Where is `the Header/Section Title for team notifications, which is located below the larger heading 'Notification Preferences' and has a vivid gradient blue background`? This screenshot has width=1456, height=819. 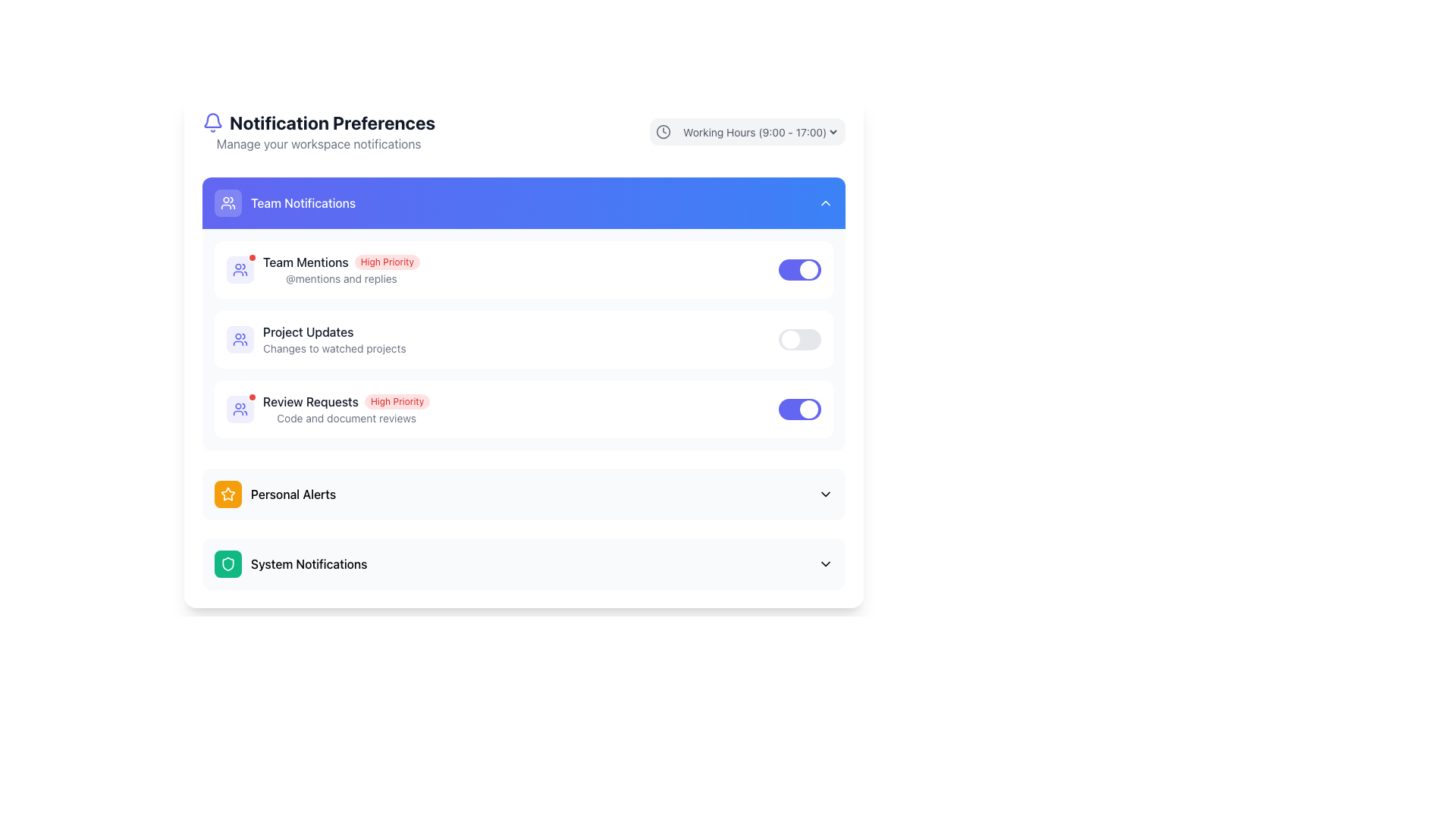 the Header/Section Title for team notifications, which is located below the larger heading 'Notification Preferences' and has a vivid gradient blue background is located at coordinates (285, 202).